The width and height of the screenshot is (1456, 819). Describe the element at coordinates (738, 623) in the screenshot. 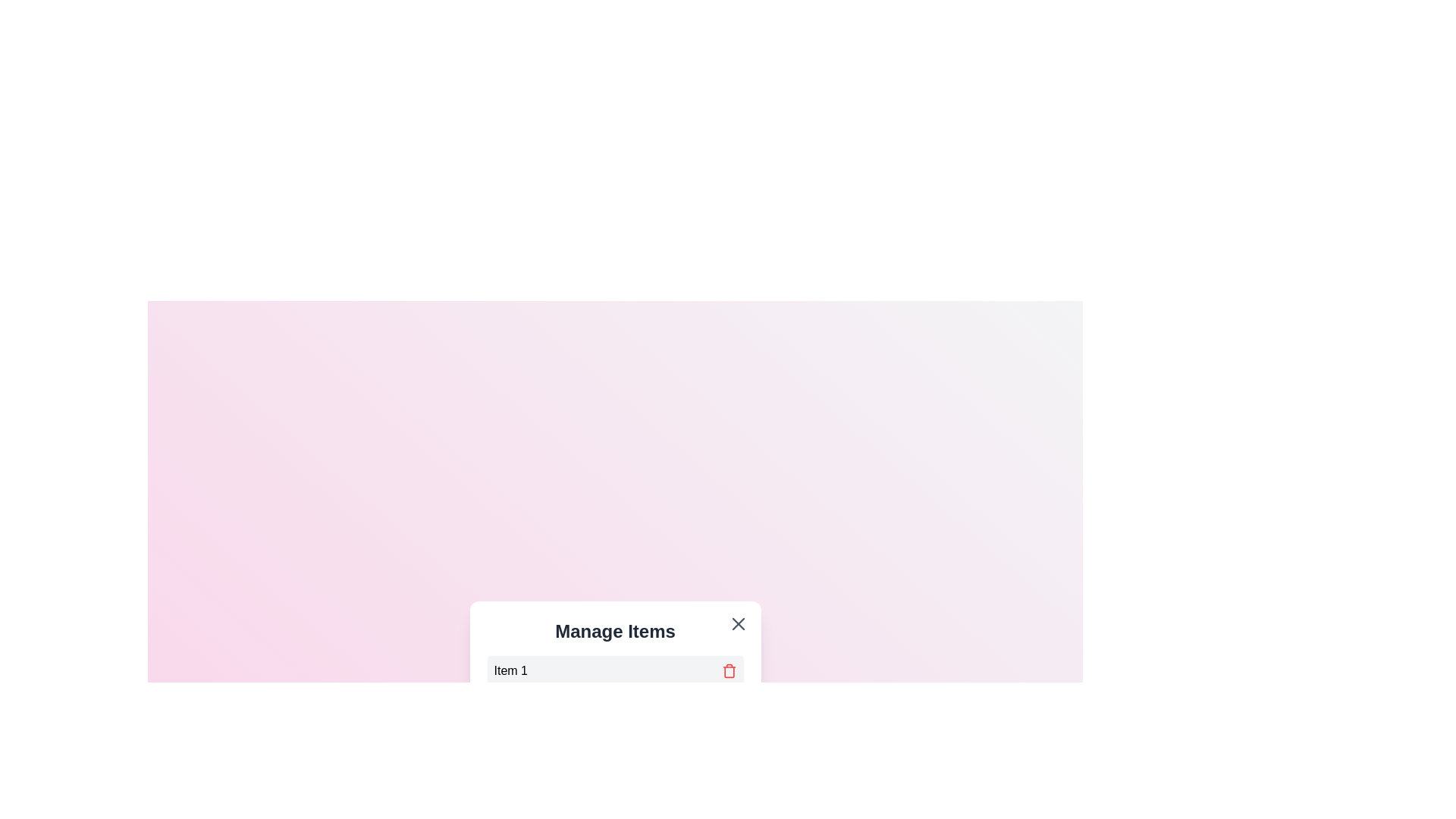

I see `'X' button at the top-right corner of the dialog to close it` at that location.